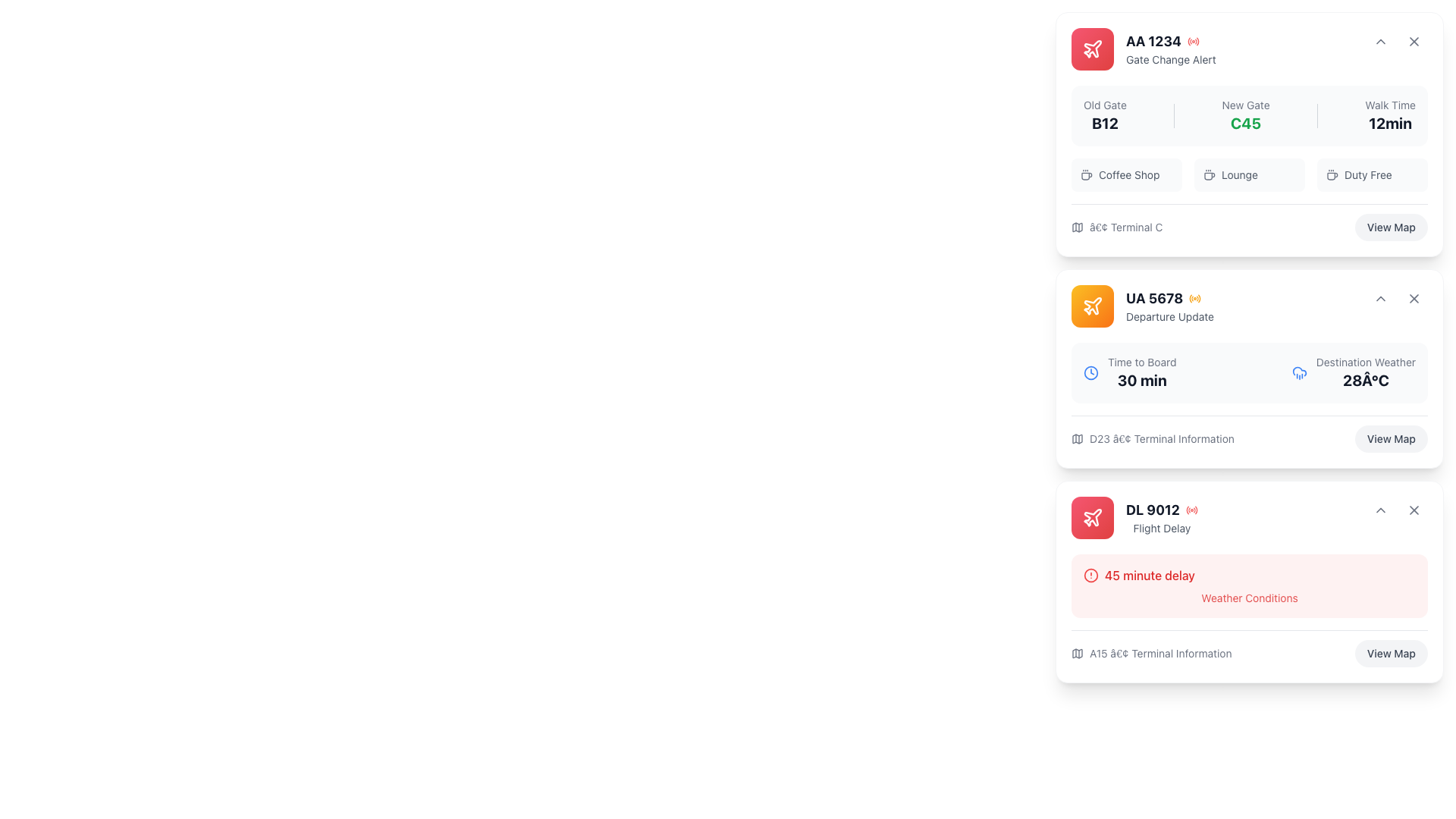 This screenshot has height=819, width=1456. Describe the element at coordinates (1153, 438) in the screenshot. I see `the text with icon stating 'D23 • Terminal Information', which is positioned in the bottom-left corner of the 'UA 5678 Departure Update' card, just above the 'View Map' button` at that location.